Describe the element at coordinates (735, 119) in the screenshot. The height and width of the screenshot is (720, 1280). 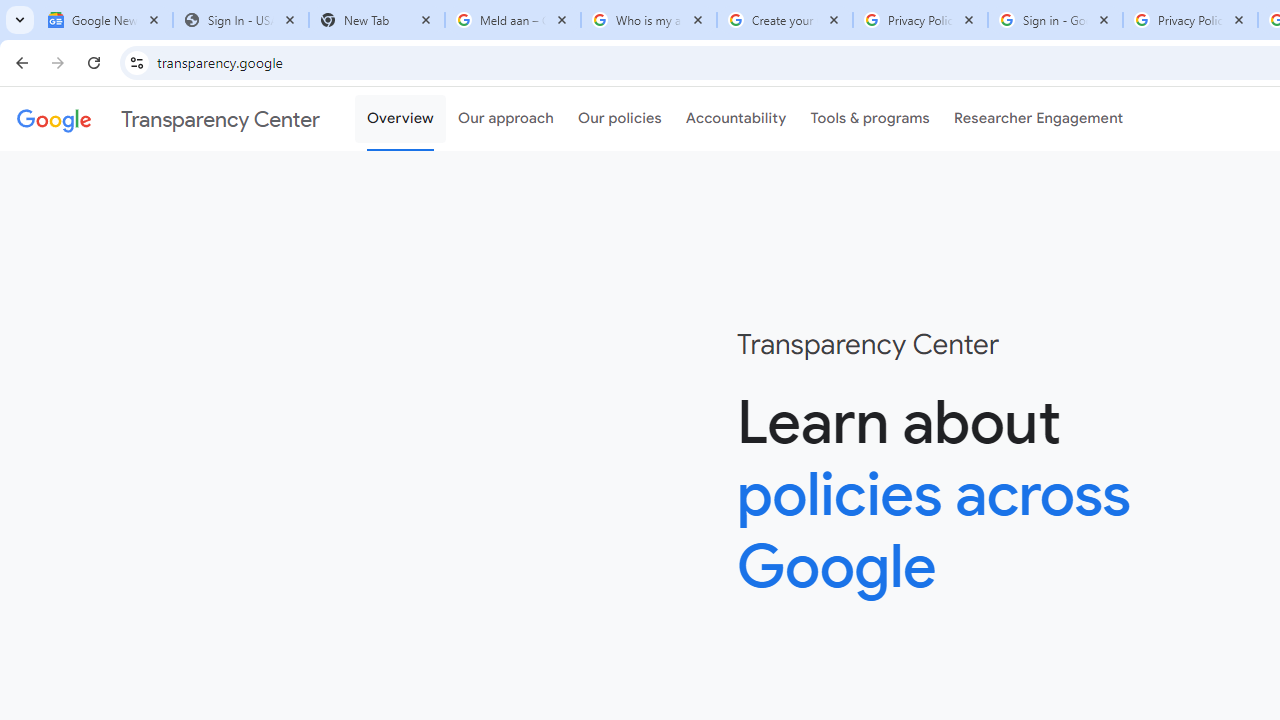
I see `'Accountability'` at that location.